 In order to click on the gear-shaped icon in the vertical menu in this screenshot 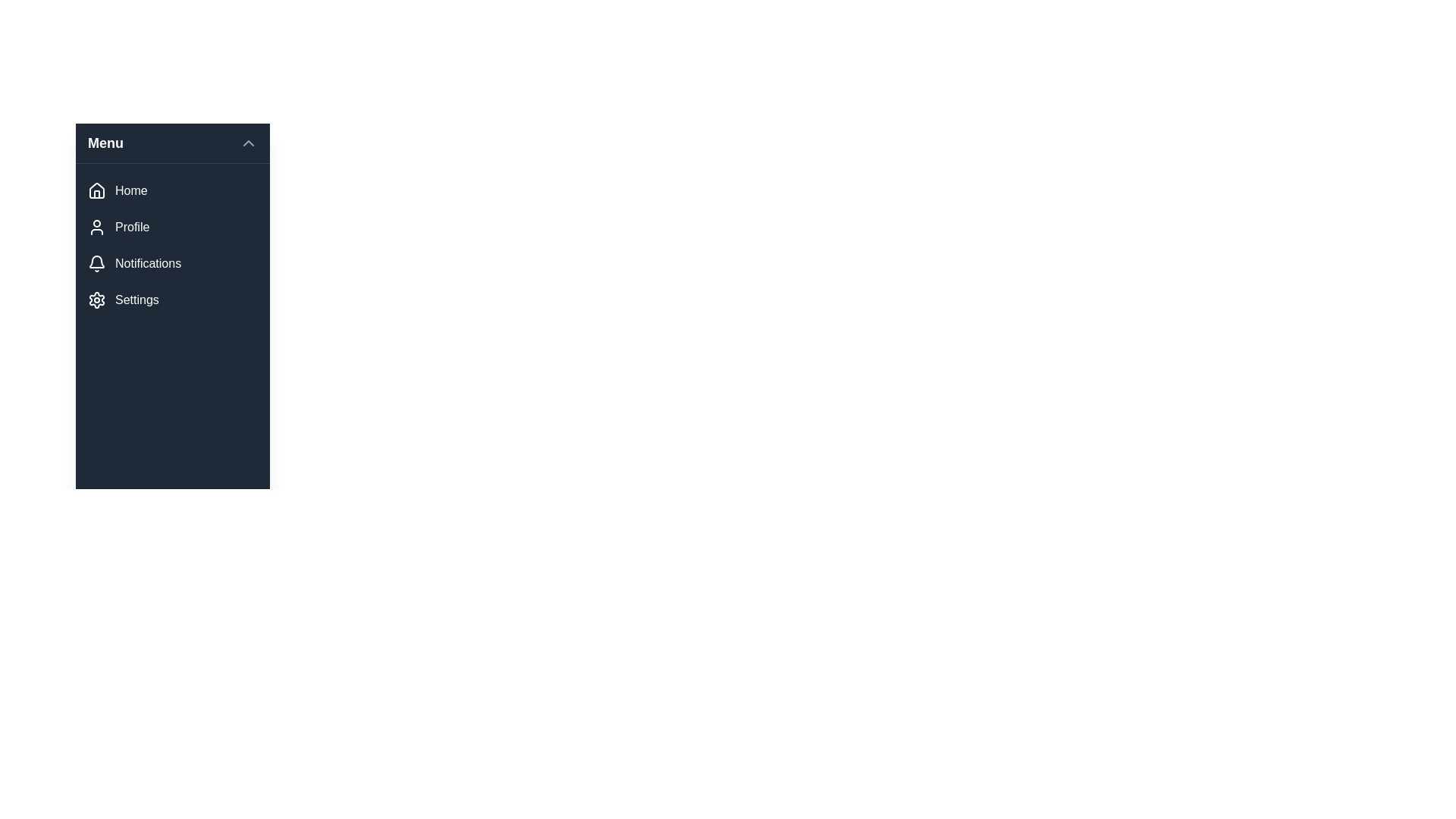, I will do `click(96, 300)`.